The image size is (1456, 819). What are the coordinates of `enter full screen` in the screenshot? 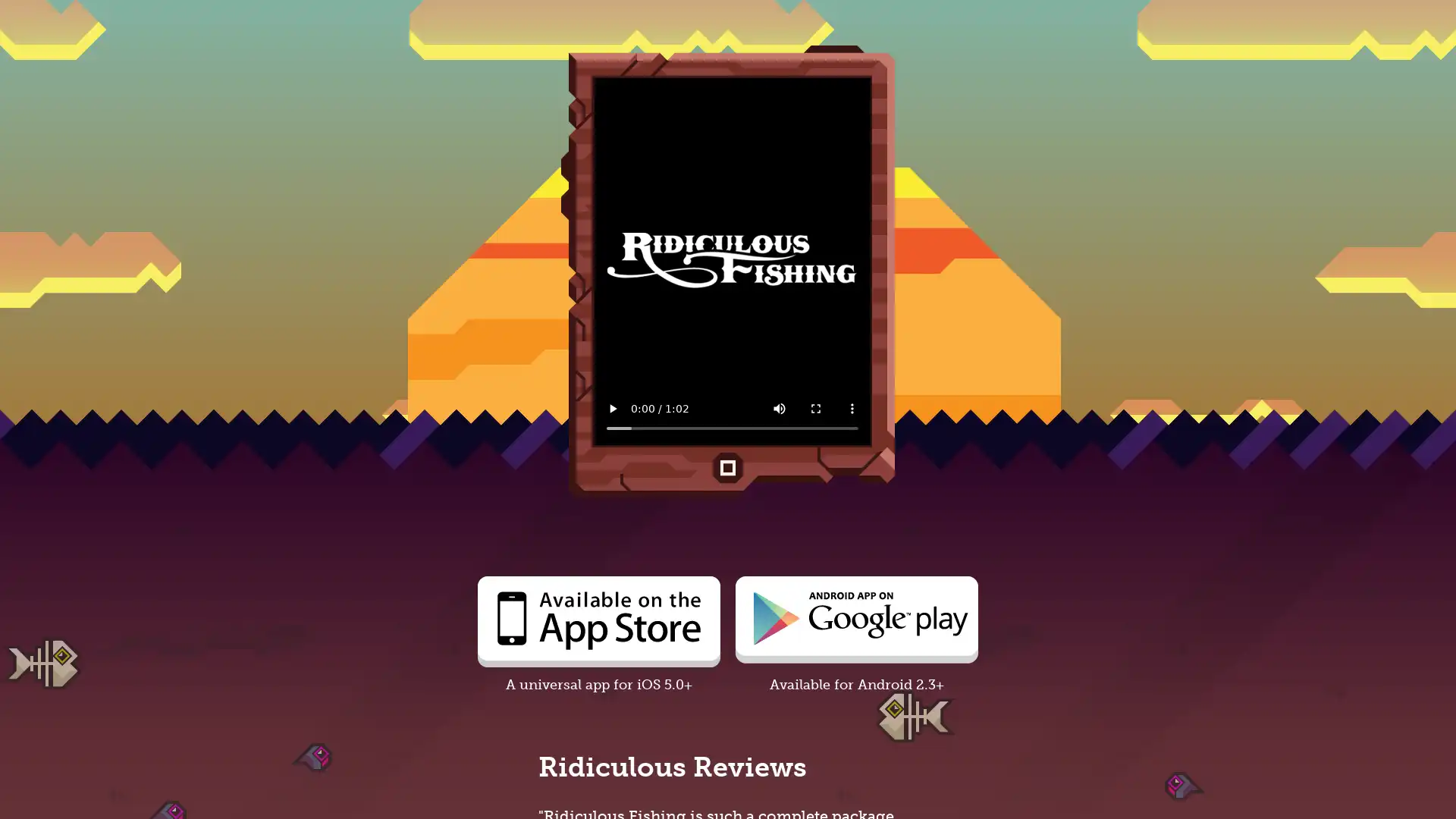 It's located at (814, 408).